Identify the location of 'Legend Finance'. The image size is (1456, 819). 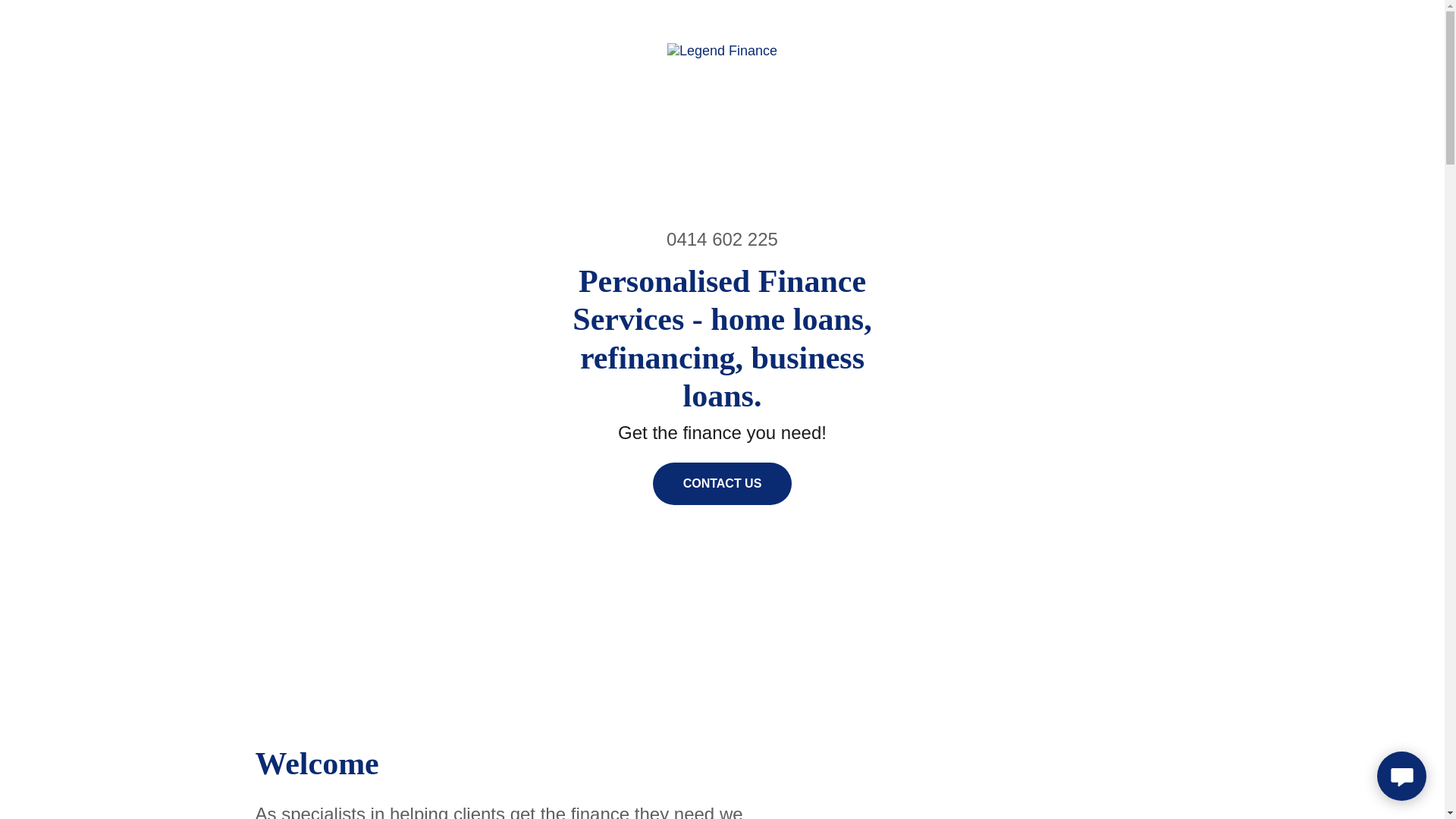
(721, 49).